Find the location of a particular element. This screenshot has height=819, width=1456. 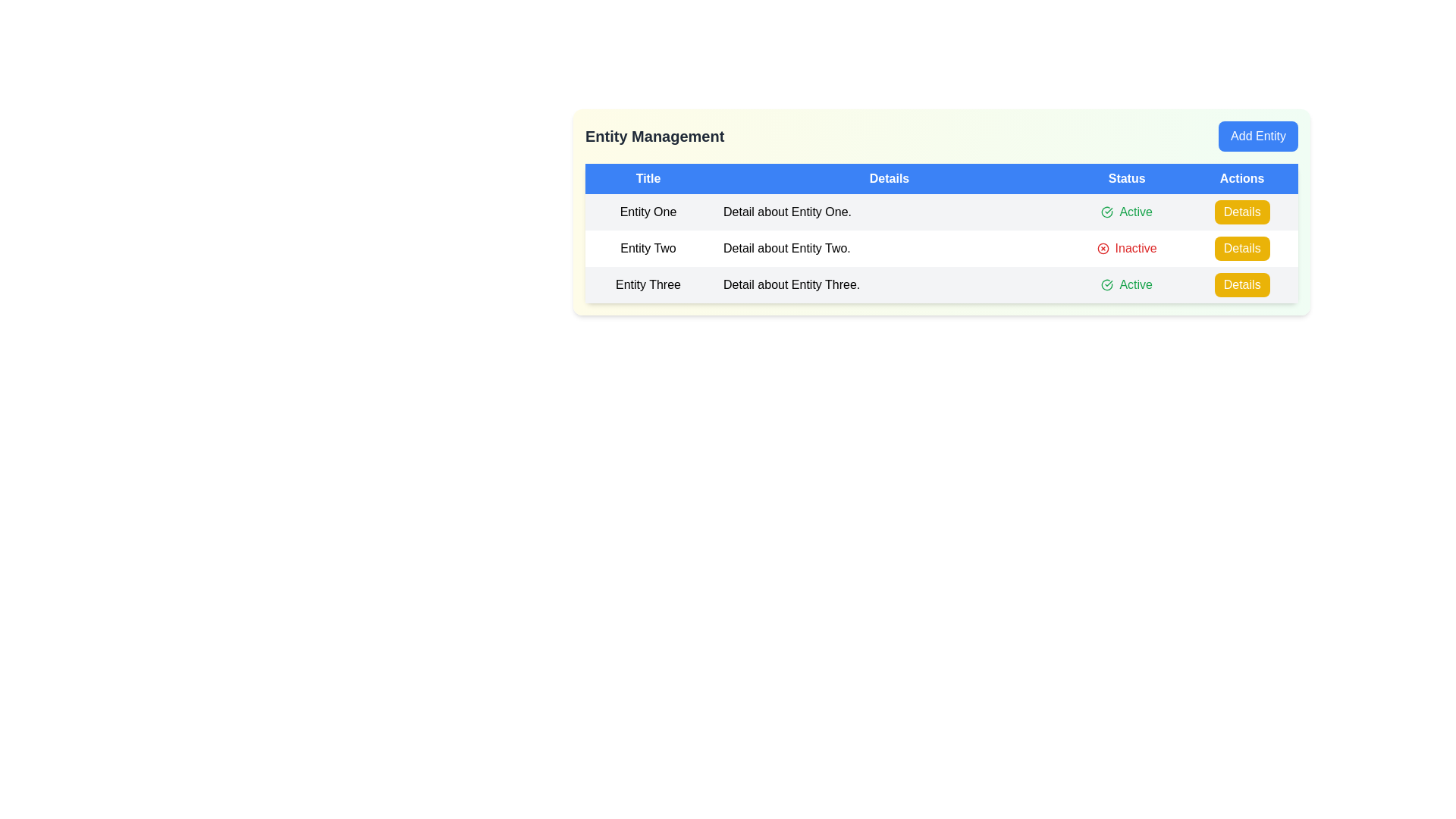

the 'Details' button with a yellow background and white text located in the last column of the first row under the 'Actions' header is located at coordinates (1242, 212).